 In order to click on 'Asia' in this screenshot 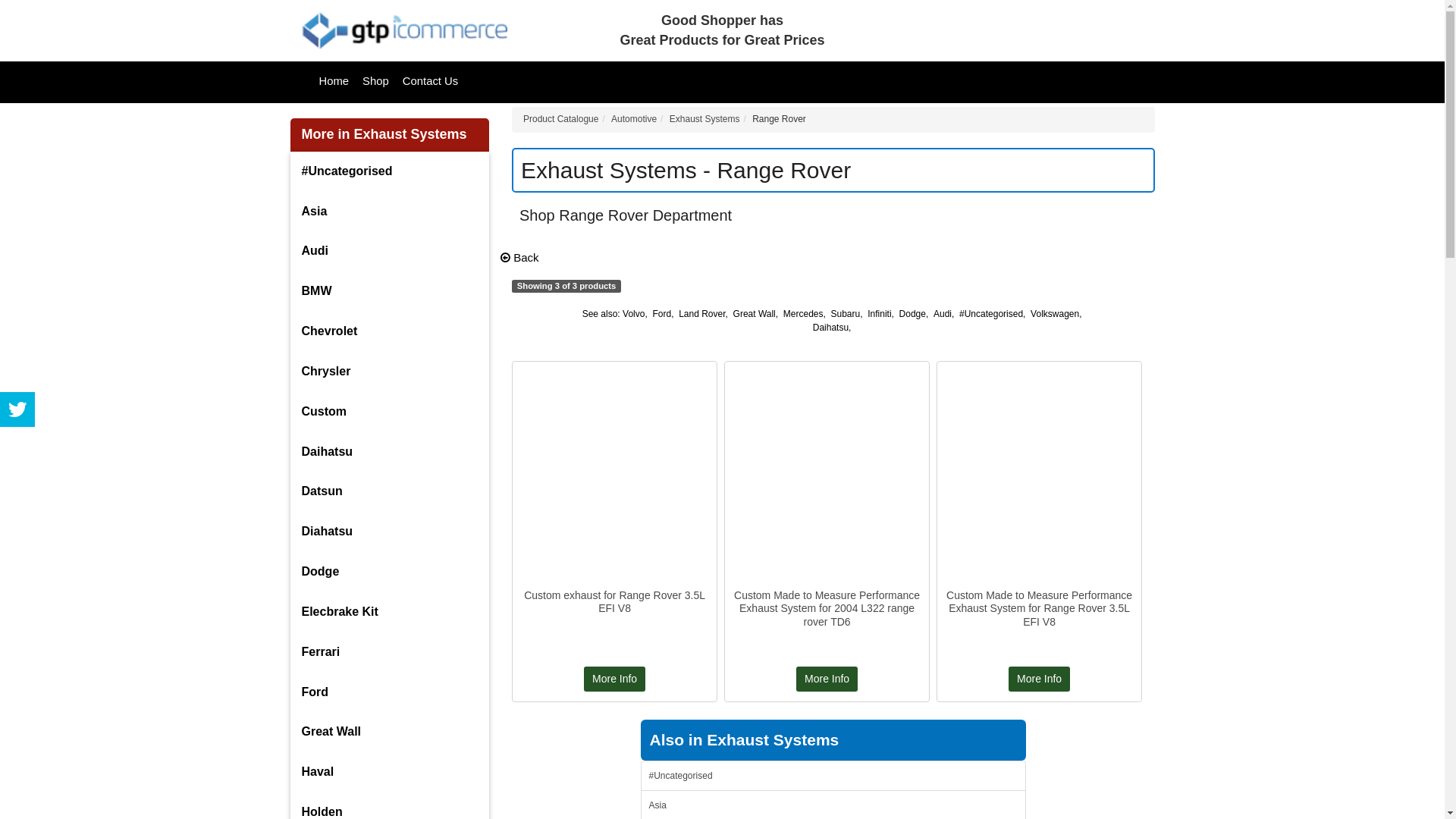, I will do `click(389, 212)`.